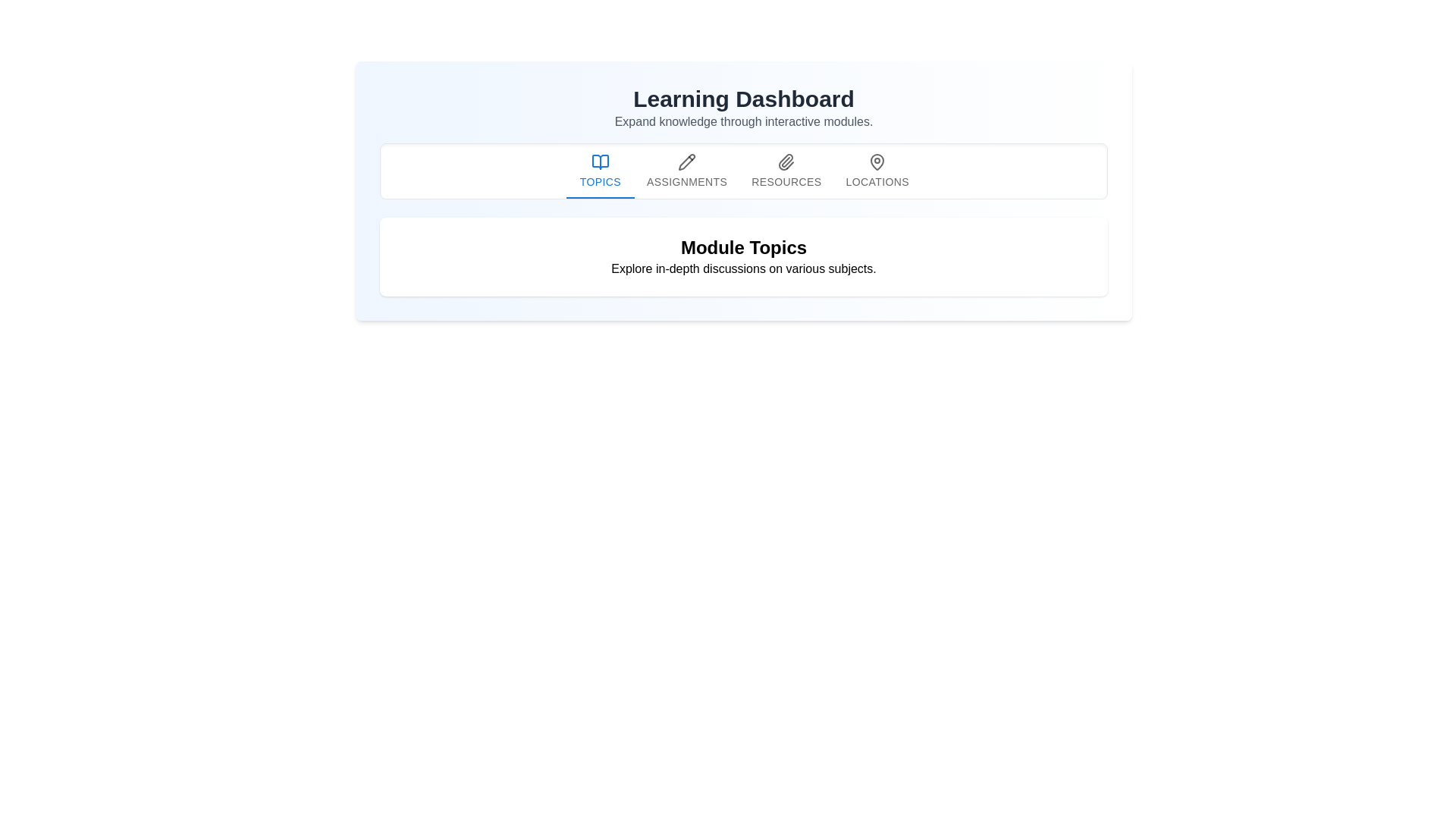  Describe the element at coordinates (786, 162) in the screenshot. I see `the paperclip icon in the navigation bar` at that location.